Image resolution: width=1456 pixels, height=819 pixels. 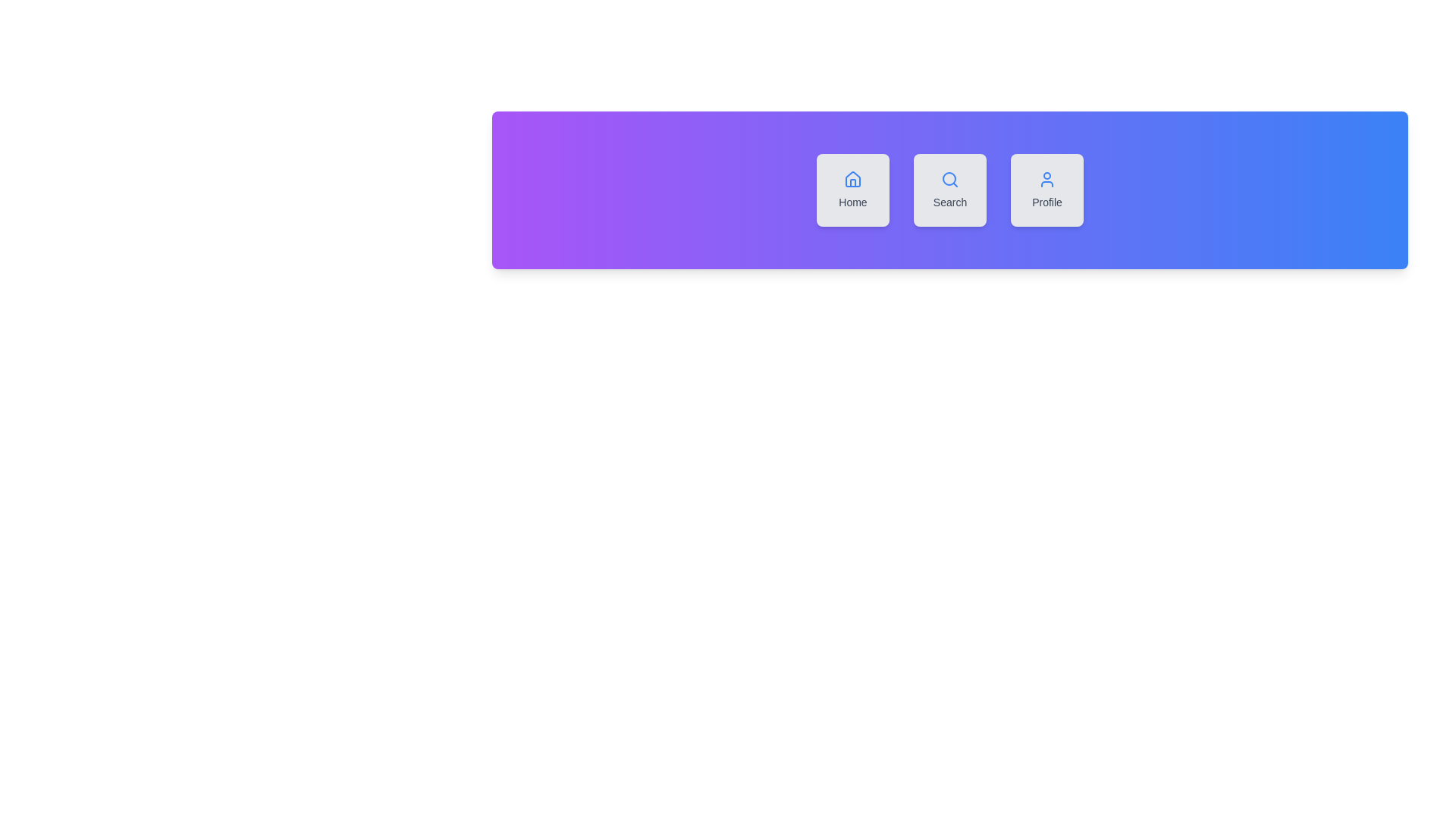 I want to click on the user icon in blue outline located within the 'Profile' navigation item, positioned above the text label 'Profile', so click(x=1046, y=178).